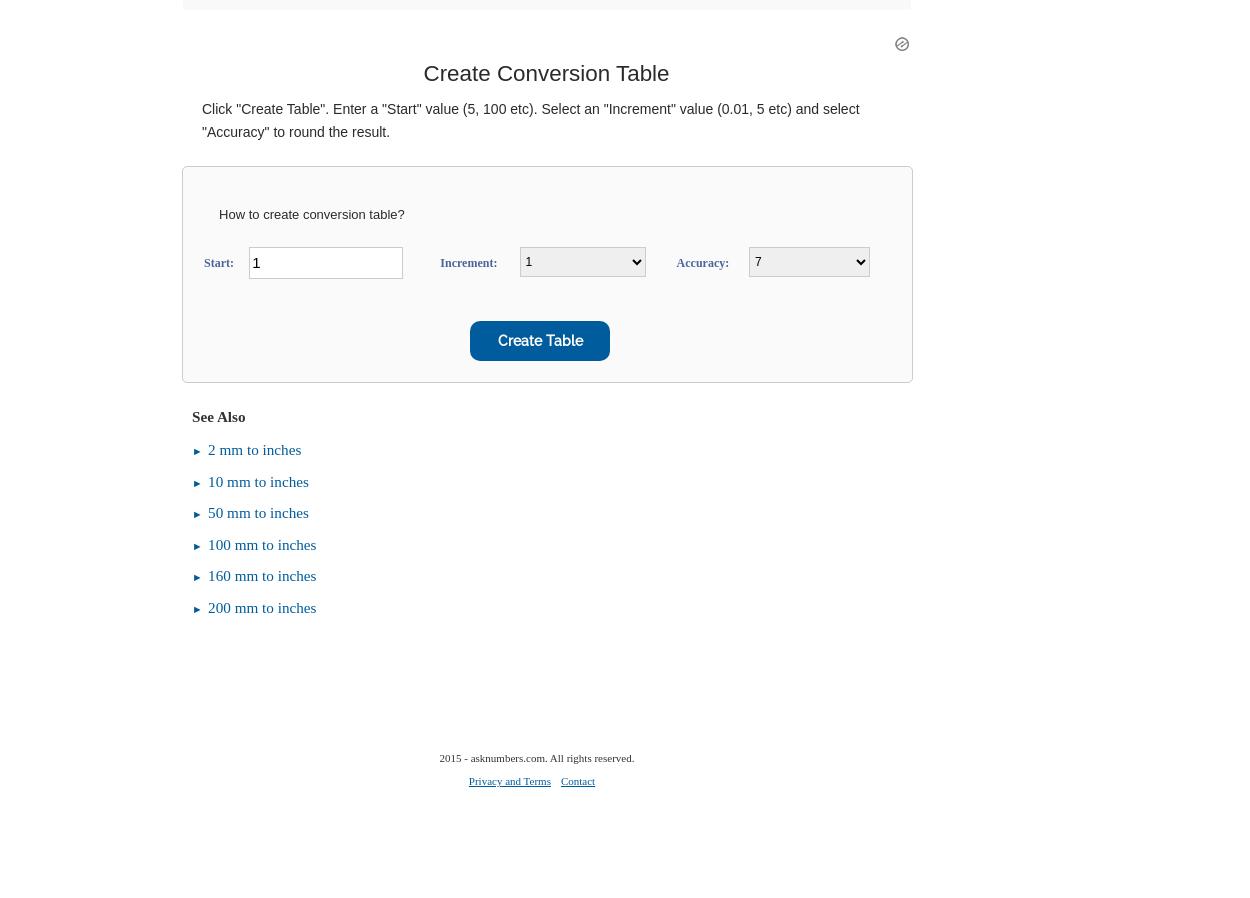  What do you see at coordinates (675, 262) in the screenshot?
I see `'Accuracy:'` at bounding box center [675, 262].